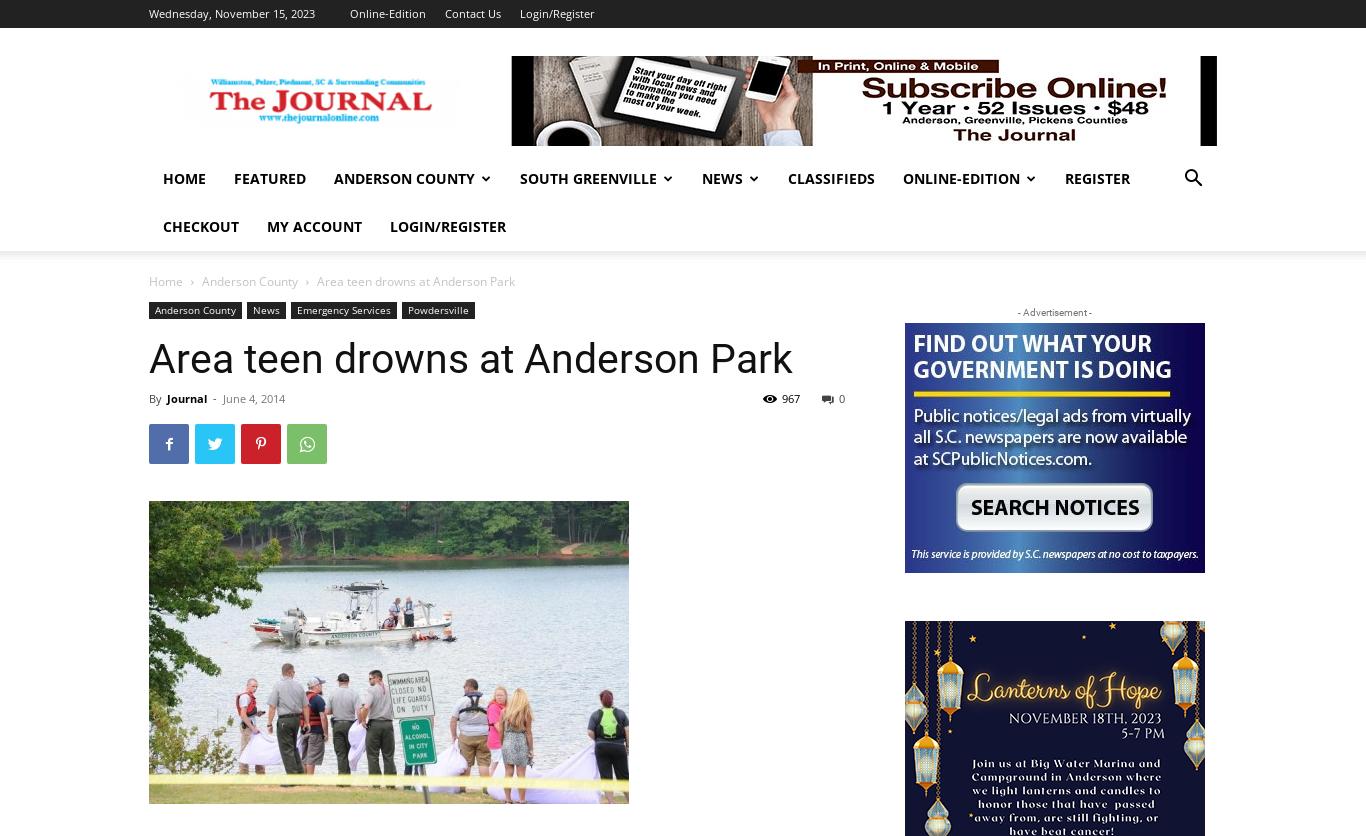 Image resolution: width=1366 pixels, height=836 pixels. What do you see at coordinates (166, 397) in the screenshot?
I see `'Journal'` at bounding box center [166, 397].